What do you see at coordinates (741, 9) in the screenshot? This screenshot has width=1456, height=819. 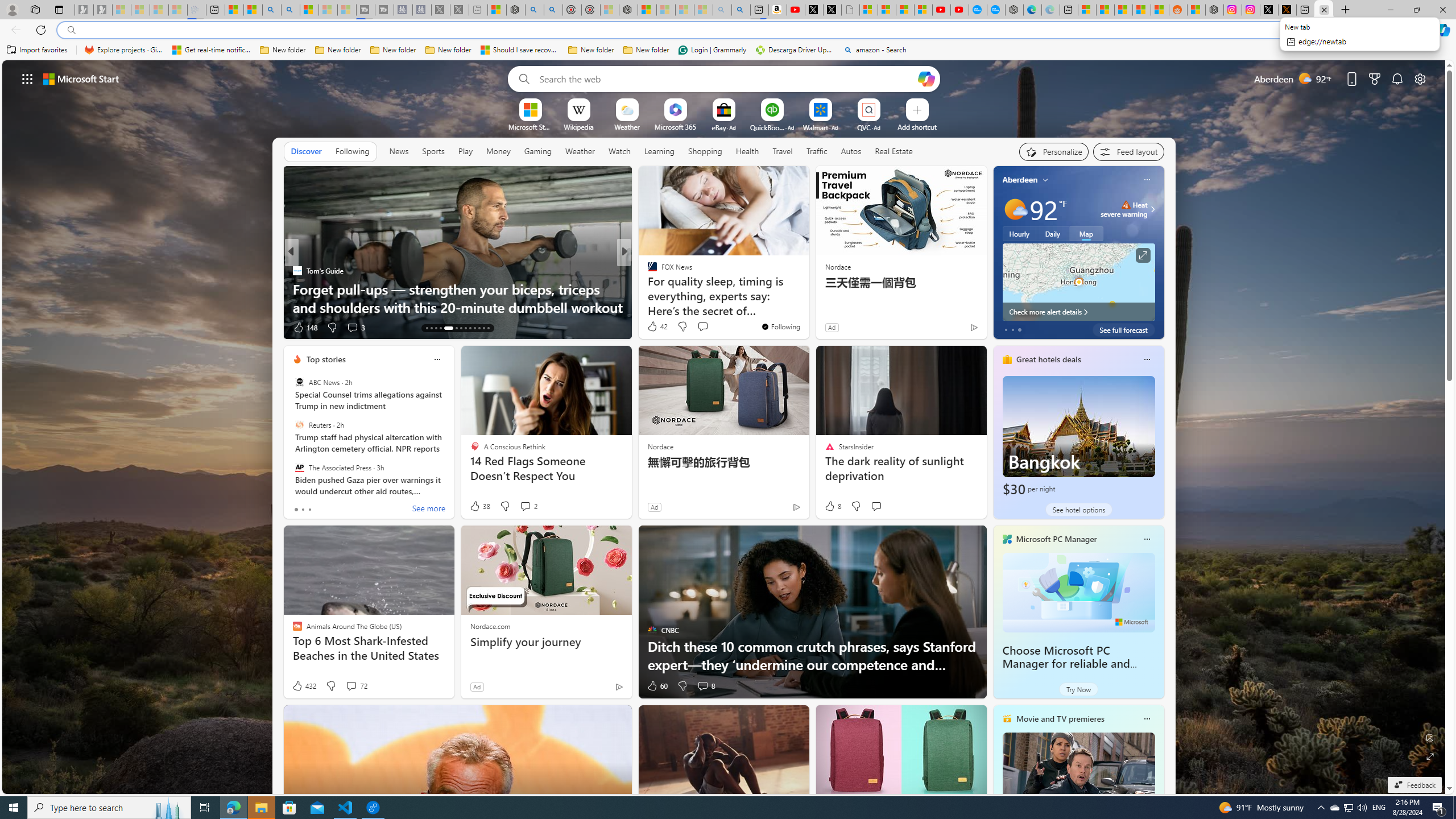 I see `'Amazon Echo Dot PNG - Search Images'` at bounding box center [741, 9].